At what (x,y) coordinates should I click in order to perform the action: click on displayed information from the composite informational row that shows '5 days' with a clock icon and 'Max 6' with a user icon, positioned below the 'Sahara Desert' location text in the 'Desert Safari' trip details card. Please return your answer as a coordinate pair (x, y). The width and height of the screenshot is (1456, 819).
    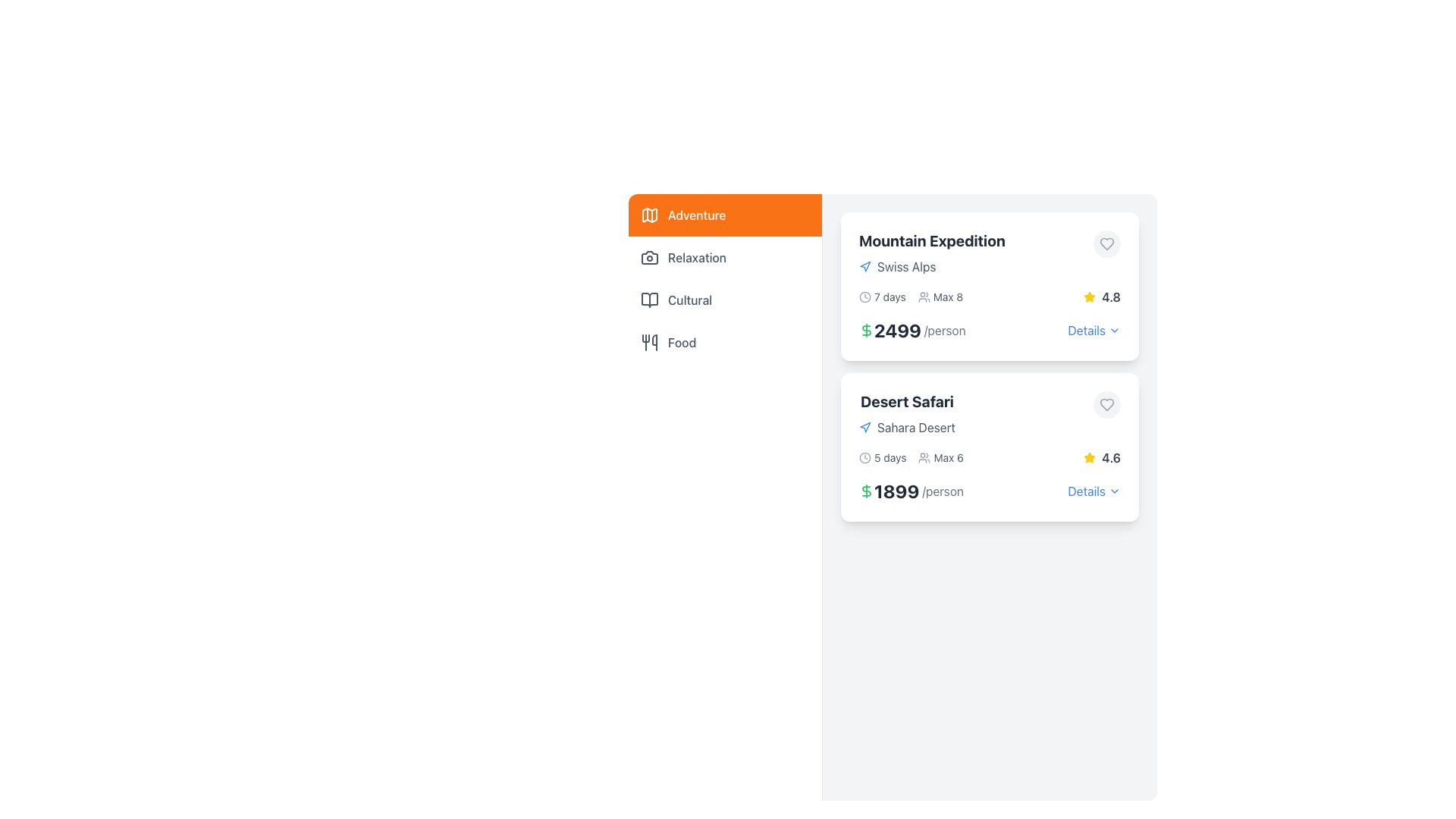
    Looking at the image, I should click on (910, 457).